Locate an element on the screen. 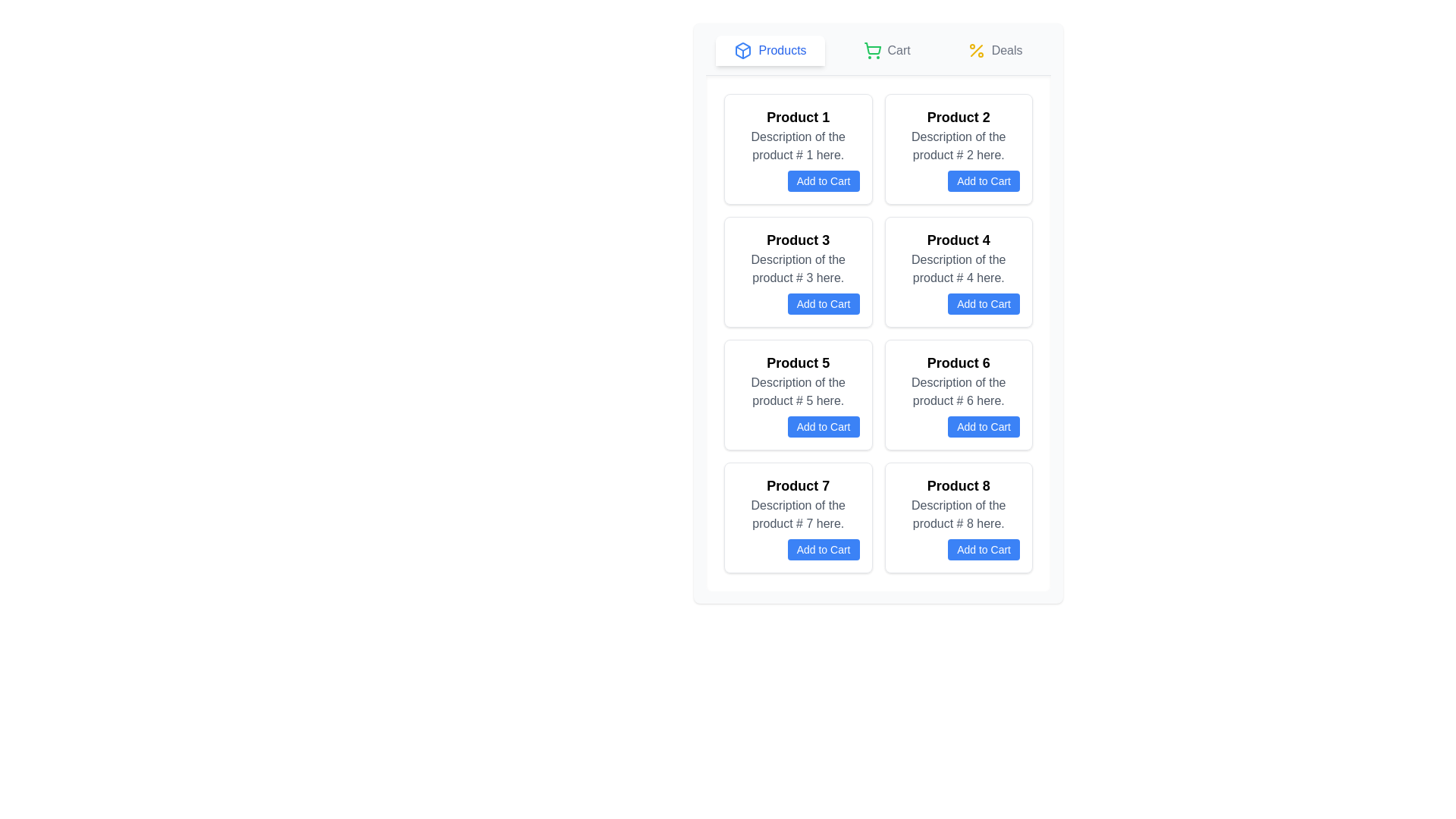  the 'Add to Cart' button for 'Product 1' is located at coordinates (823, 180).